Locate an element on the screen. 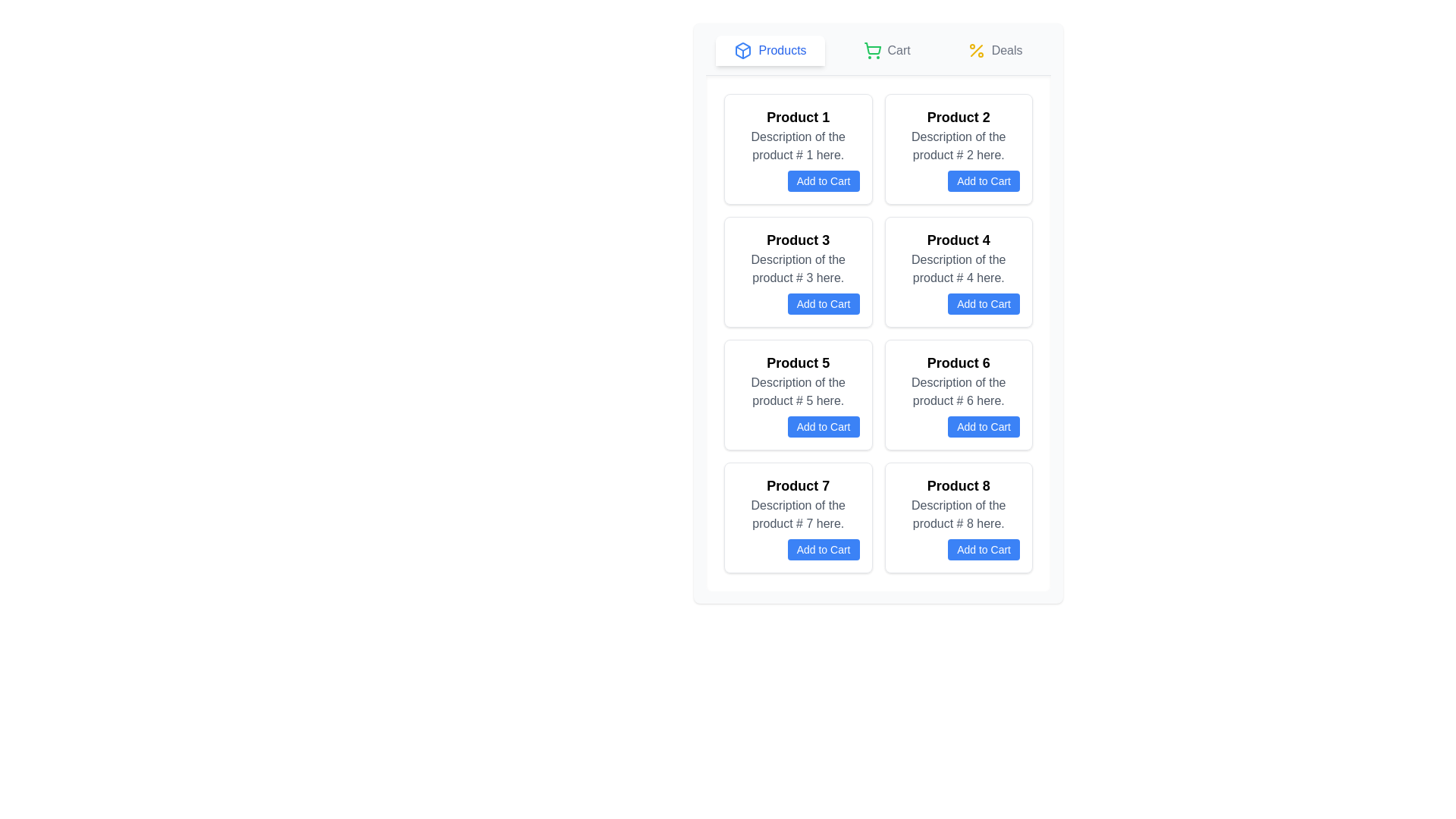  the 'Add to Cart' button for 'Product 1' is located at coordinates (823, 180).